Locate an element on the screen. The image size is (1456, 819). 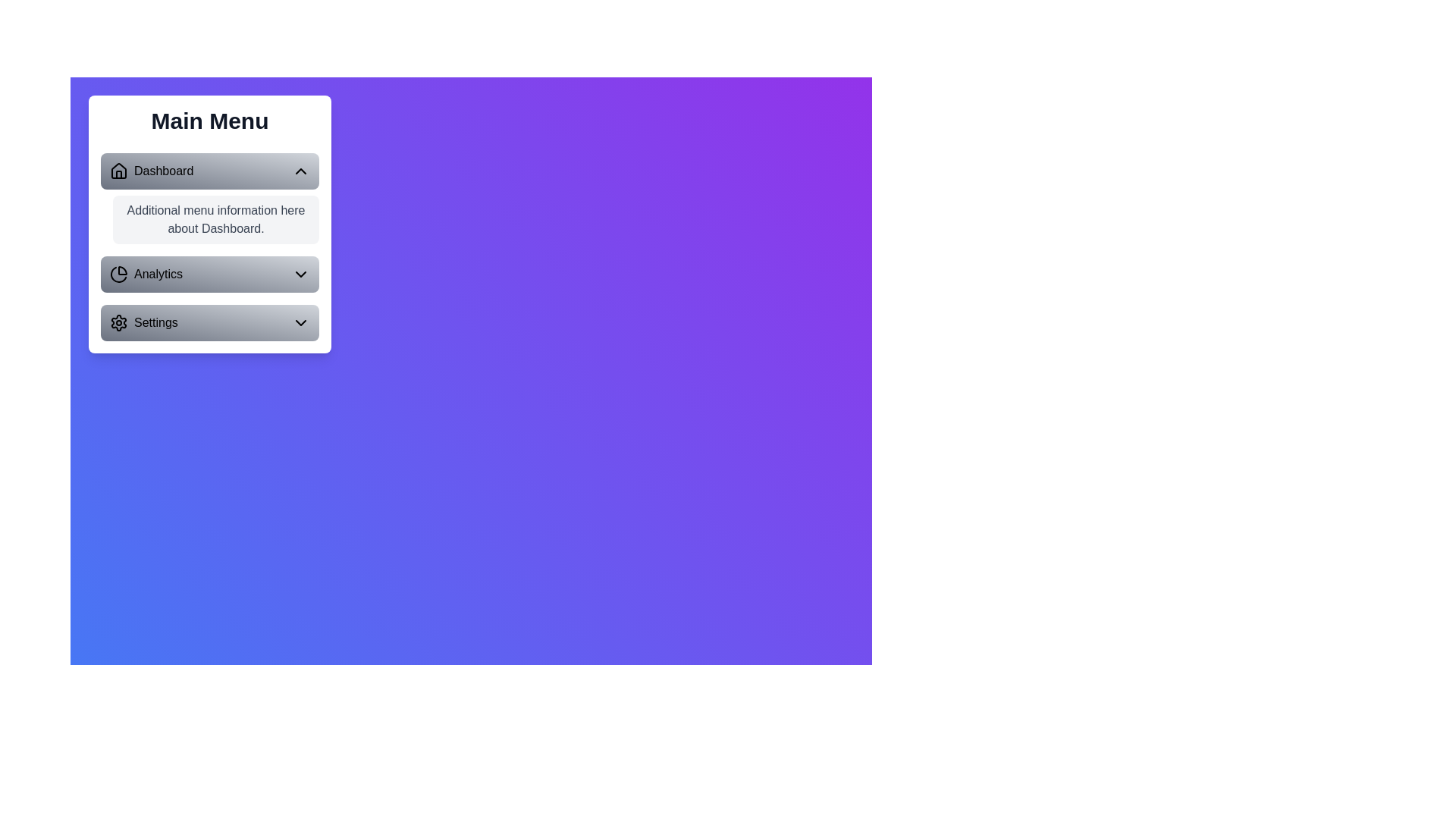
the first clickable menu item labeled 'Dashboard' which features a house icon and is located under the 'Main Menu' title is located at coordinates (152, 171).